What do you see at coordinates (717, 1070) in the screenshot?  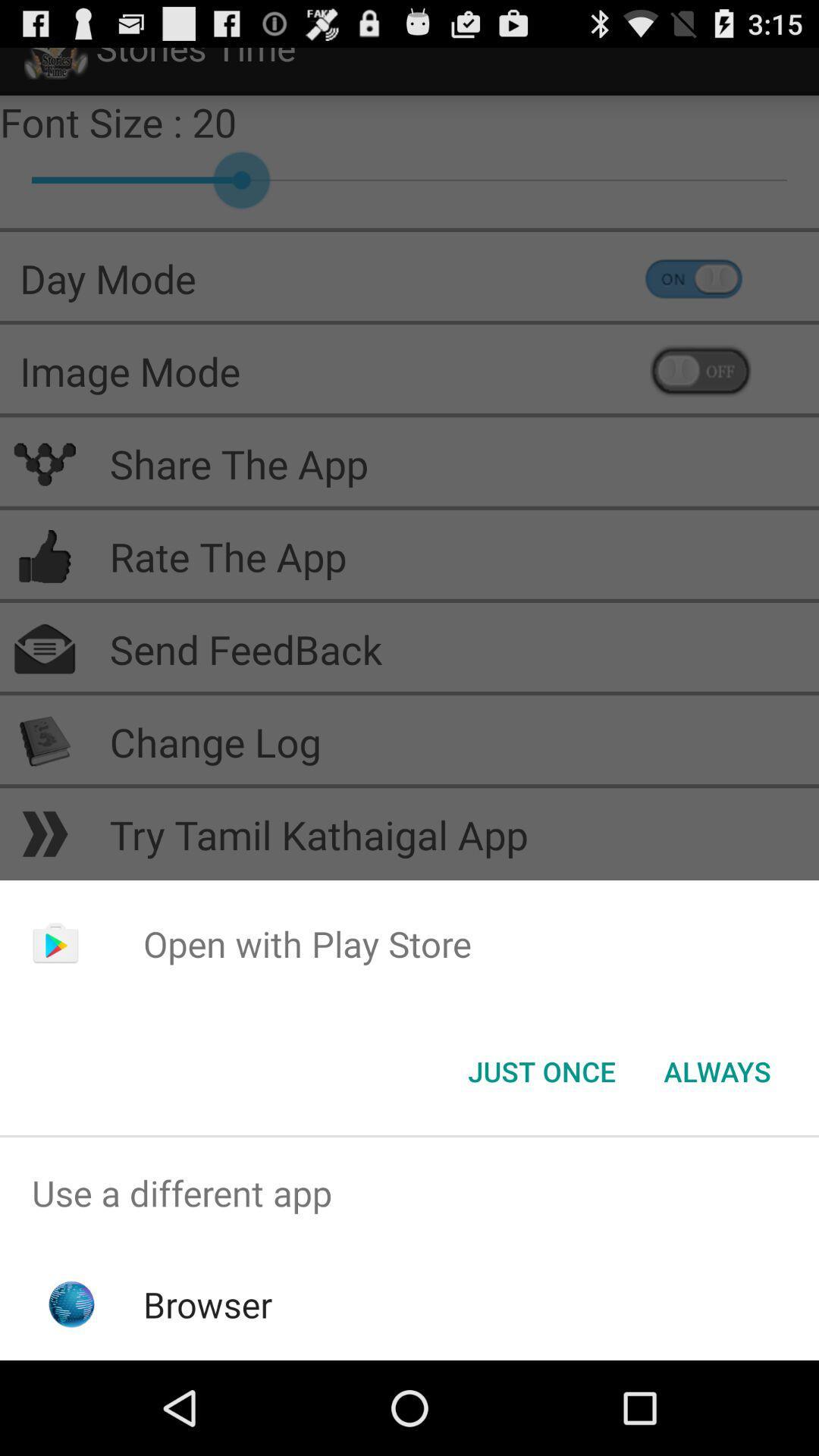 I see `always icon` at bounding box center [717, 1070].